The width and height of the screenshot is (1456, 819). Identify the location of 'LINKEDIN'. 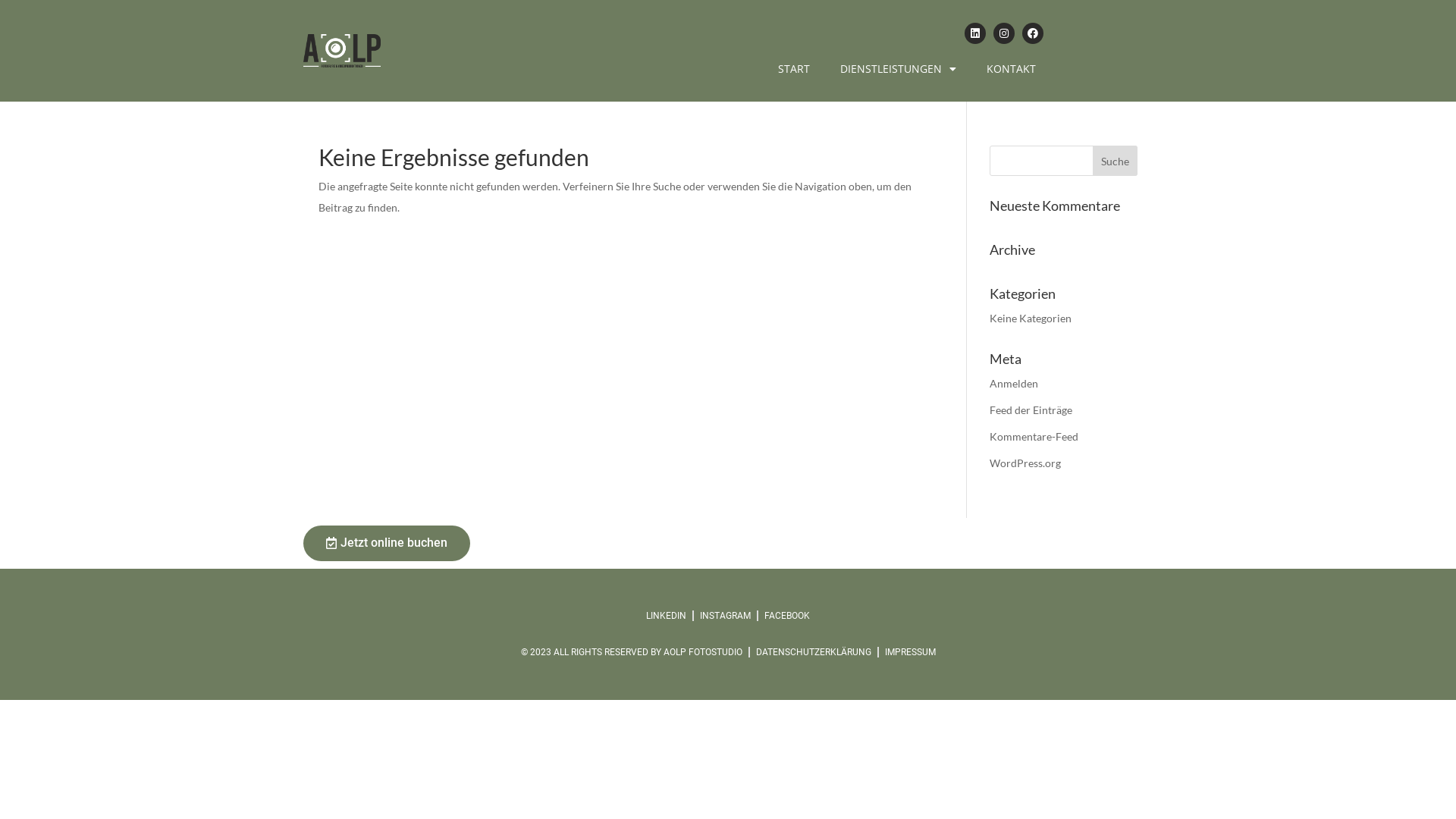
(666, 616).